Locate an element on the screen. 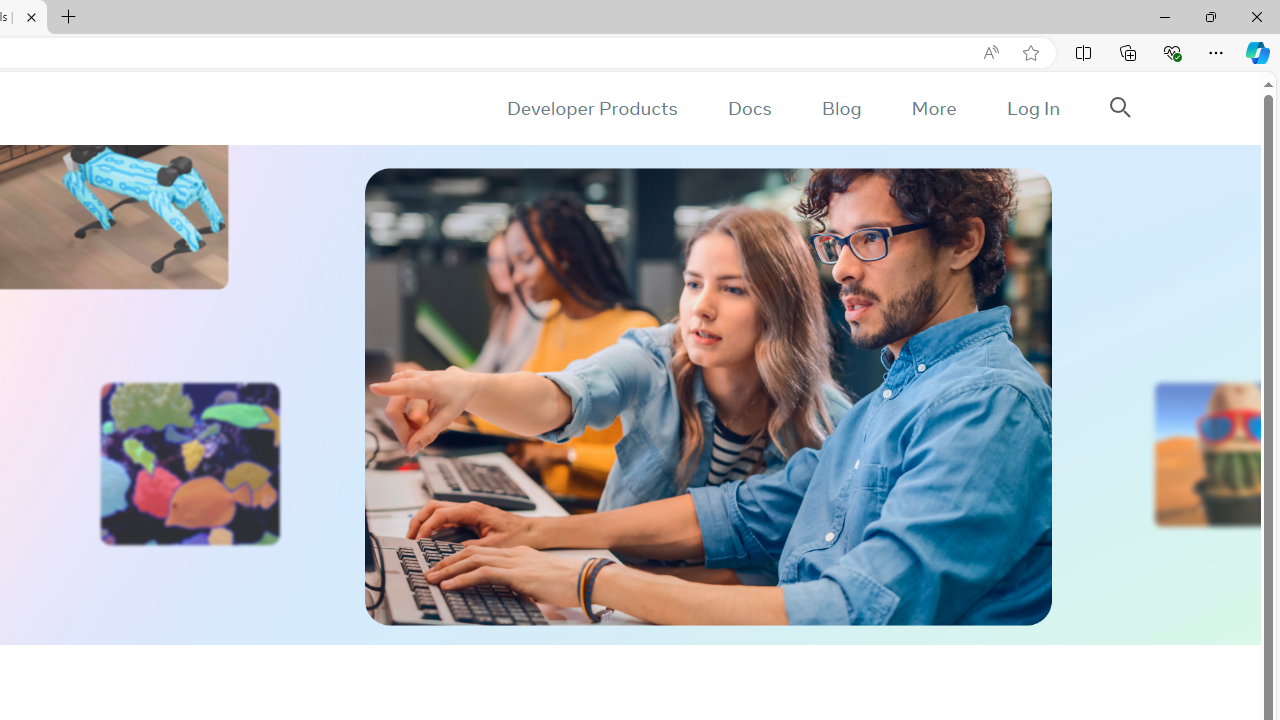  'Docs' is located at coordinates (748, 108).